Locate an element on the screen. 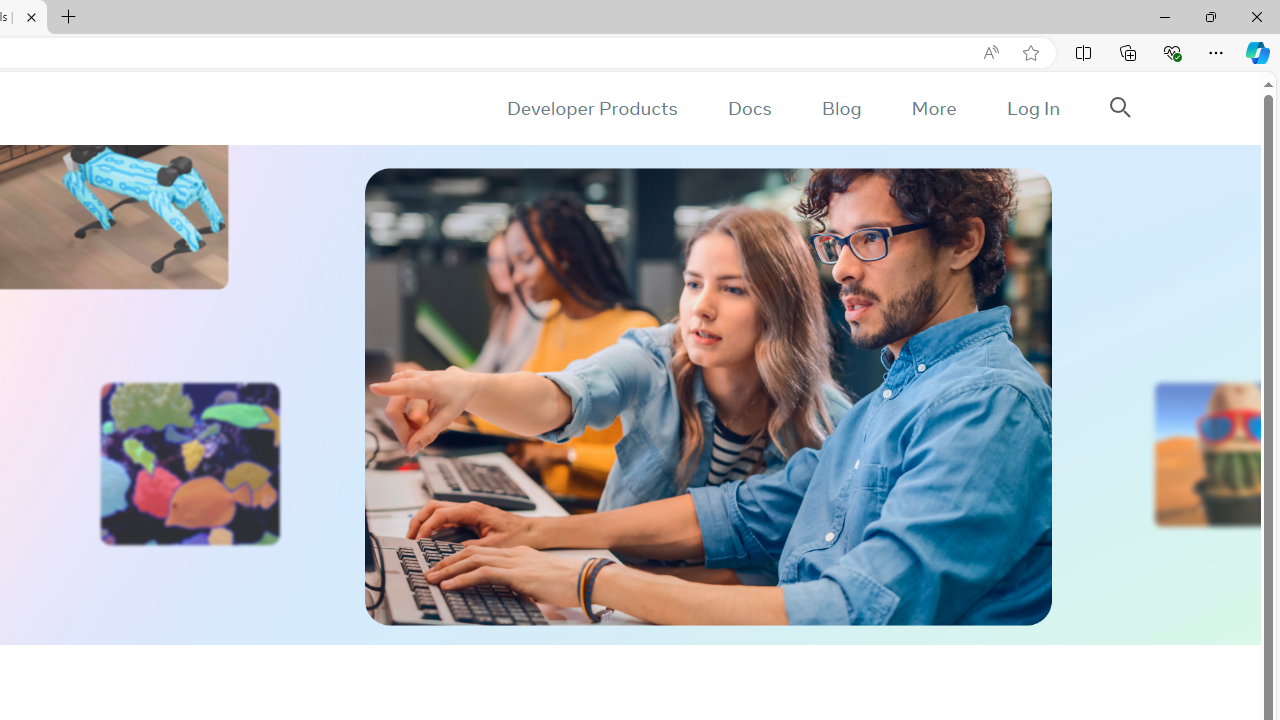  'Docs' is located at coordinates (748, 108).